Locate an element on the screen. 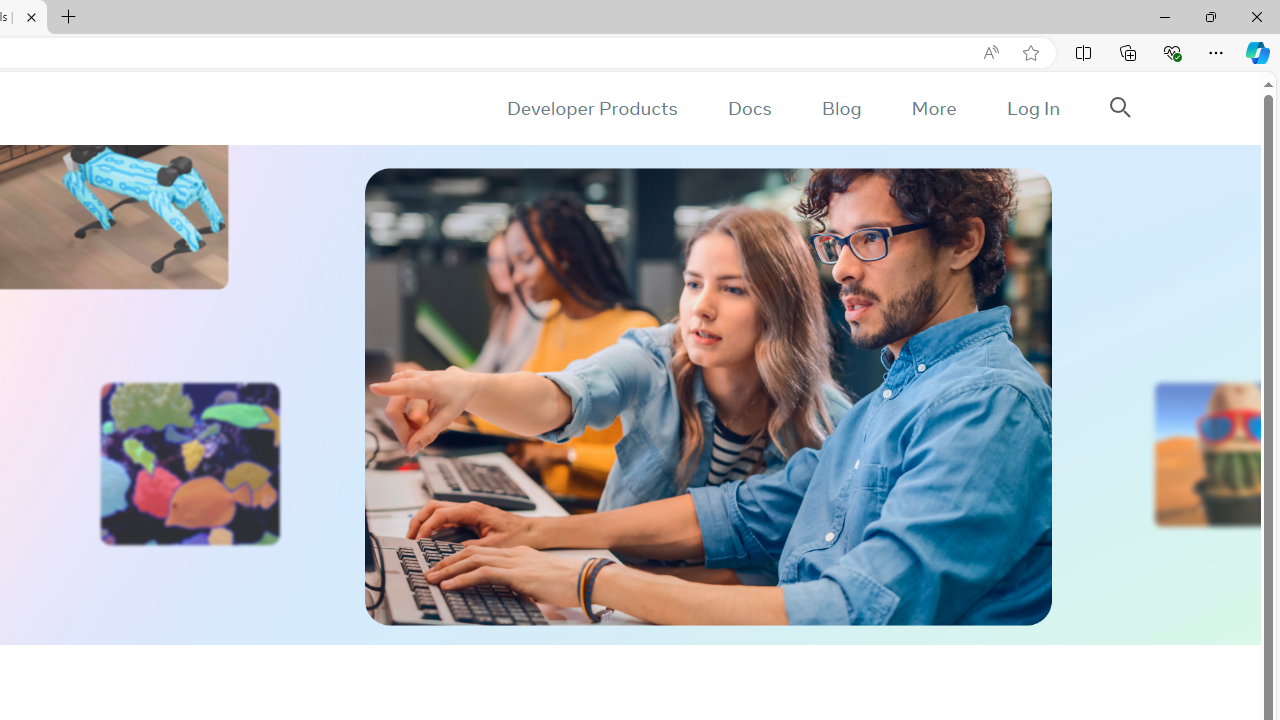  'Docs' is located at coordinates (748, 108).